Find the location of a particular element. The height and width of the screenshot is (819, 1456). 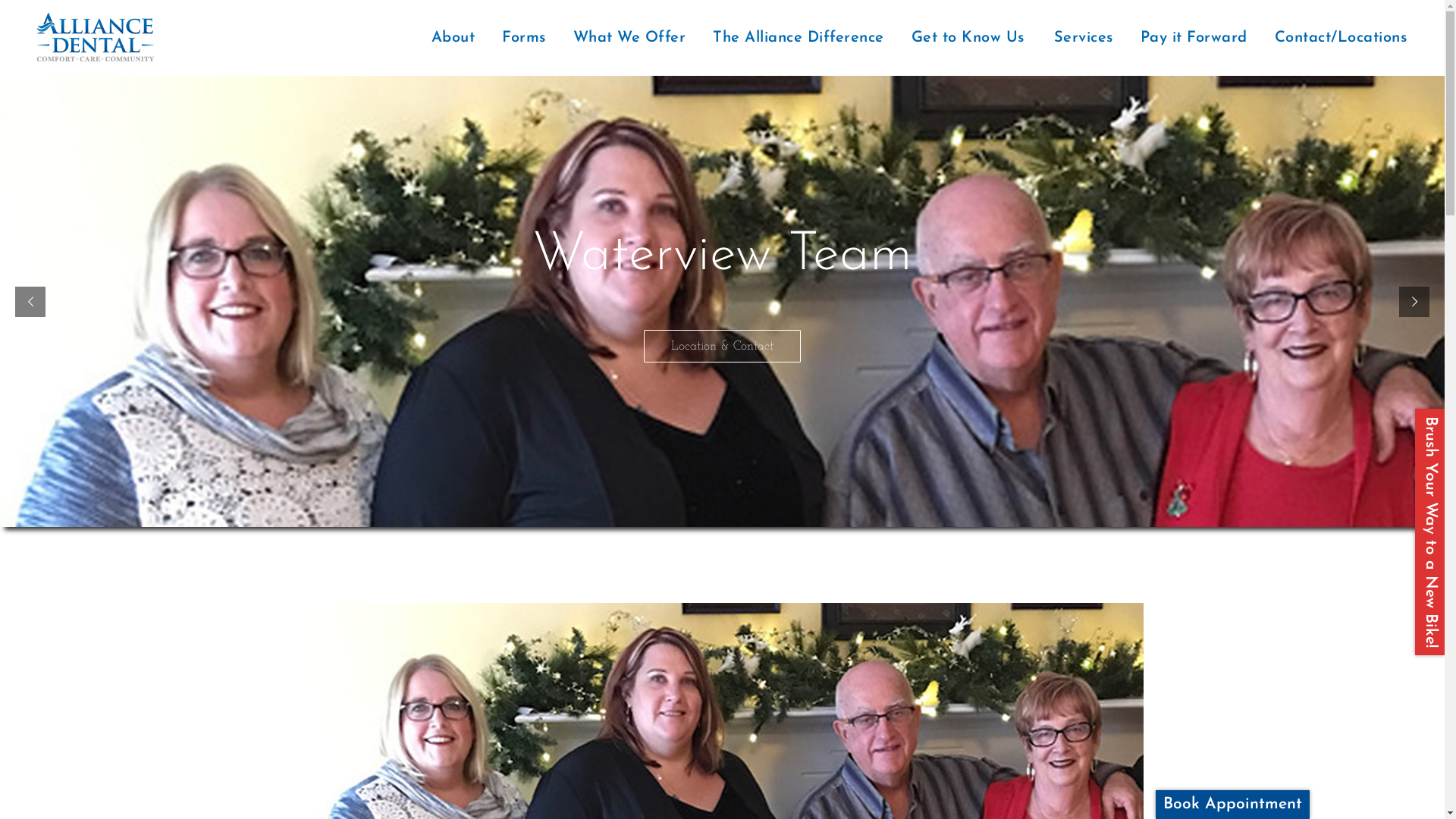

'Forms' is located at coordinates (524, 37).